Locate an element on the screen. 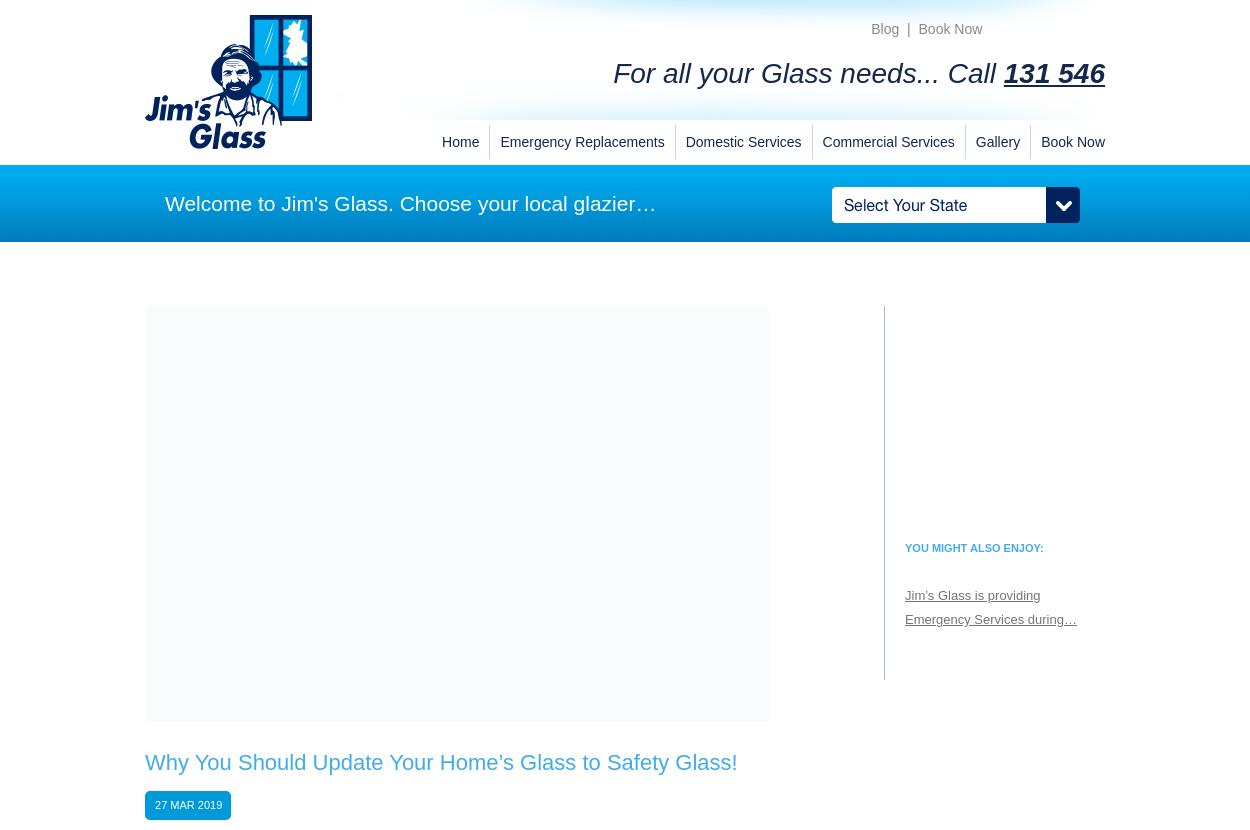 The image size is (1250, 830). '27 Mar 2019' is located at coordinates (188, 803).